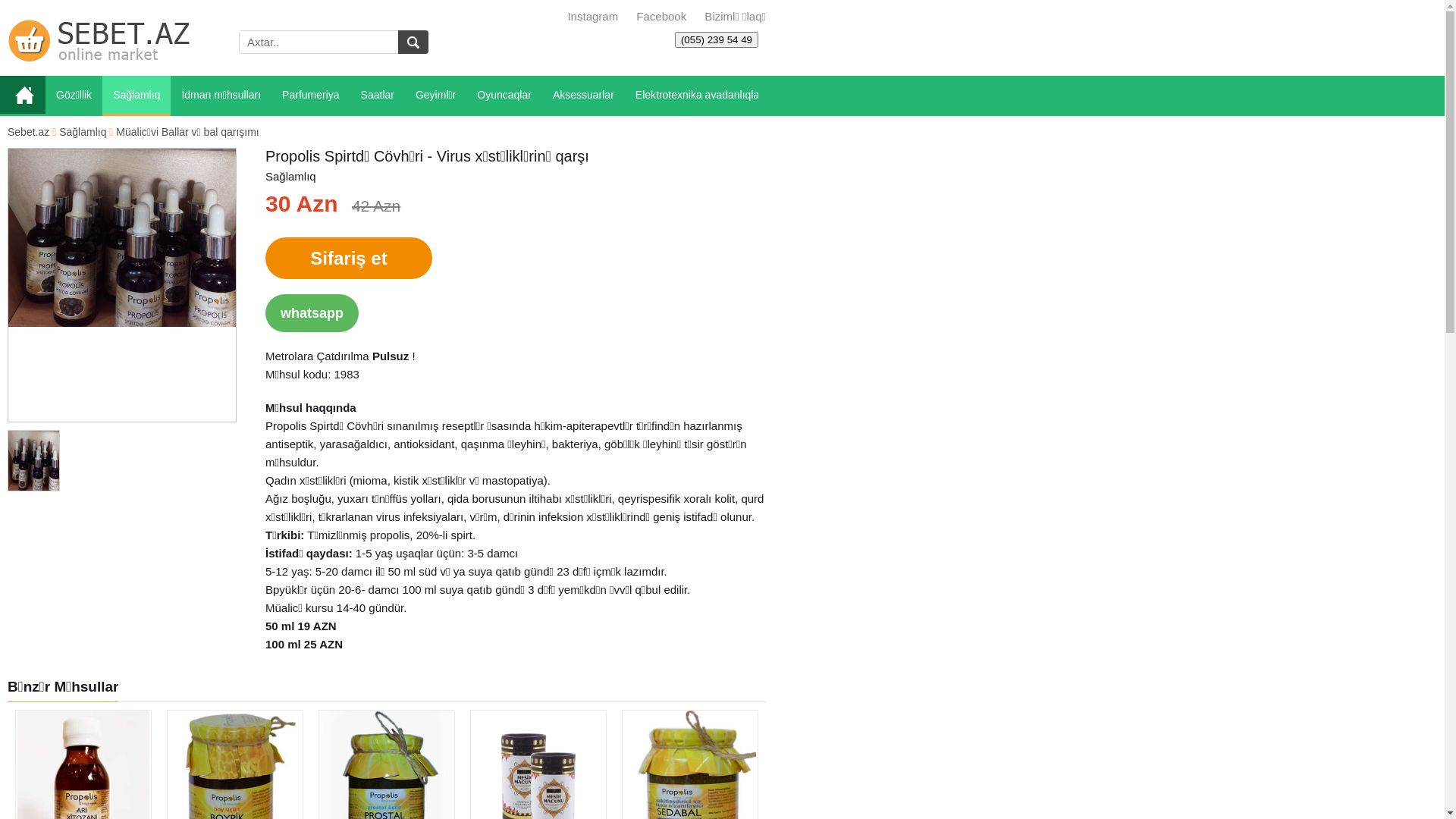  Describe the element at coordinates (28, 130) in the screenshot. I see `'Sebet.az'` at that location.